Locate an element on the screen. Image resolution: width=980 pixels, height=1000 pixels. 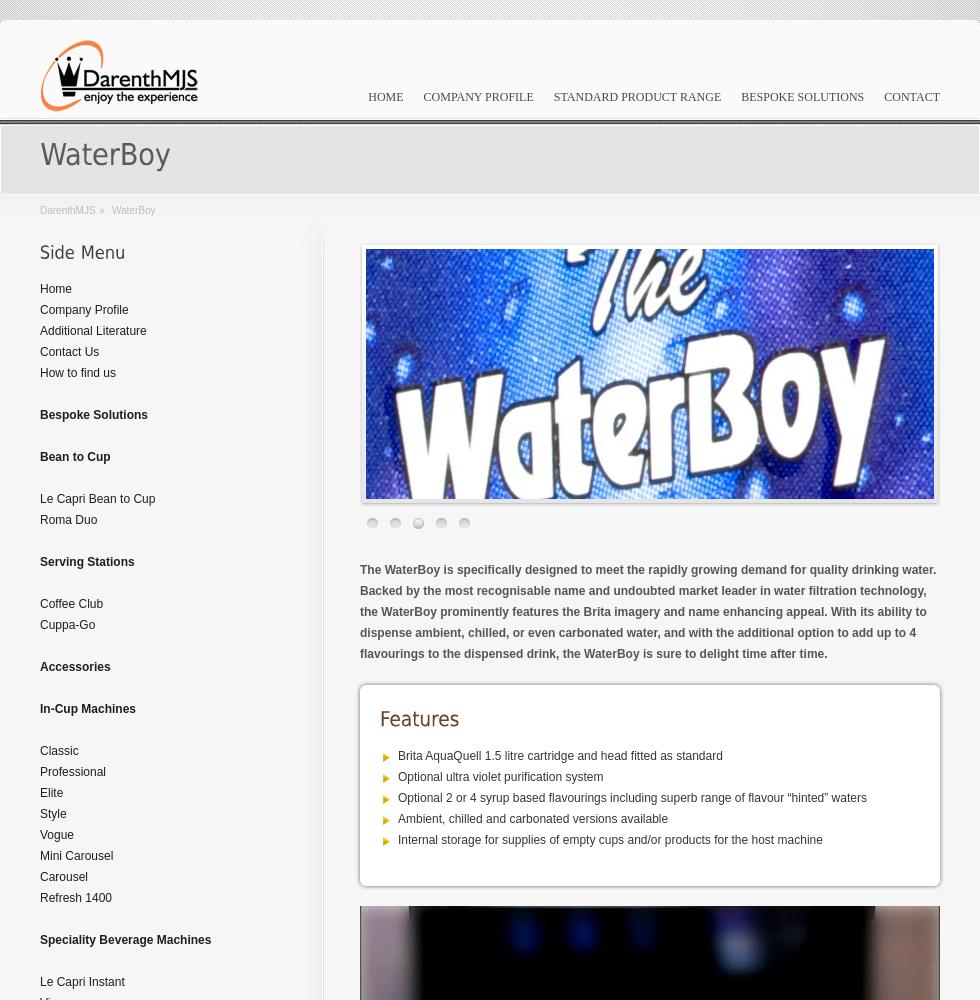
'DarenthMJS' is located at coordinates (67, 209).